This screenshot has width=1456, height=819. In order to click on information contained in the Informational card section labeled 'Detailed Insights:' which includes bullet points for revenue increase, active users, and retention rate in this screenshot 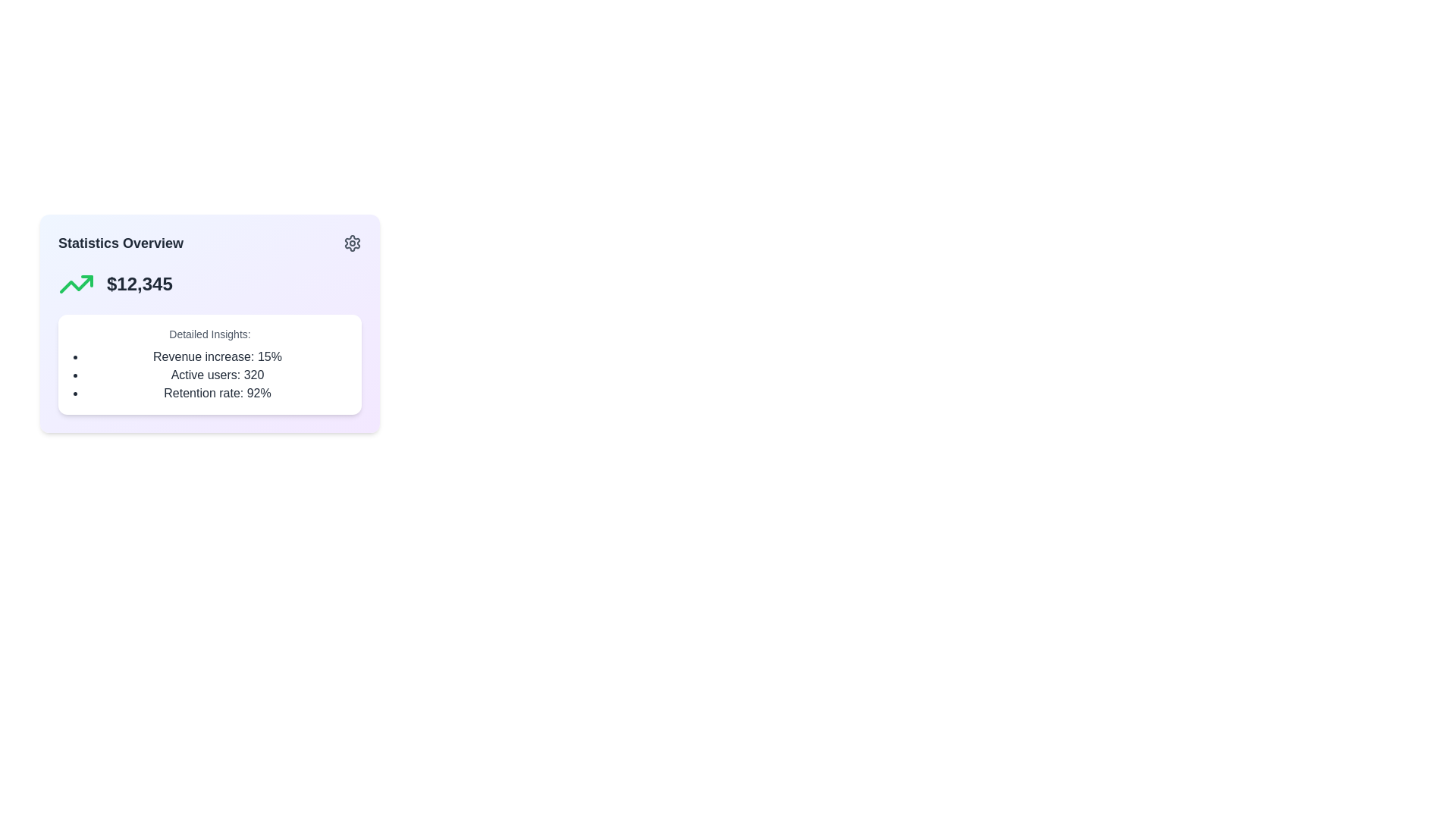, I will do `click(209, 365)`.